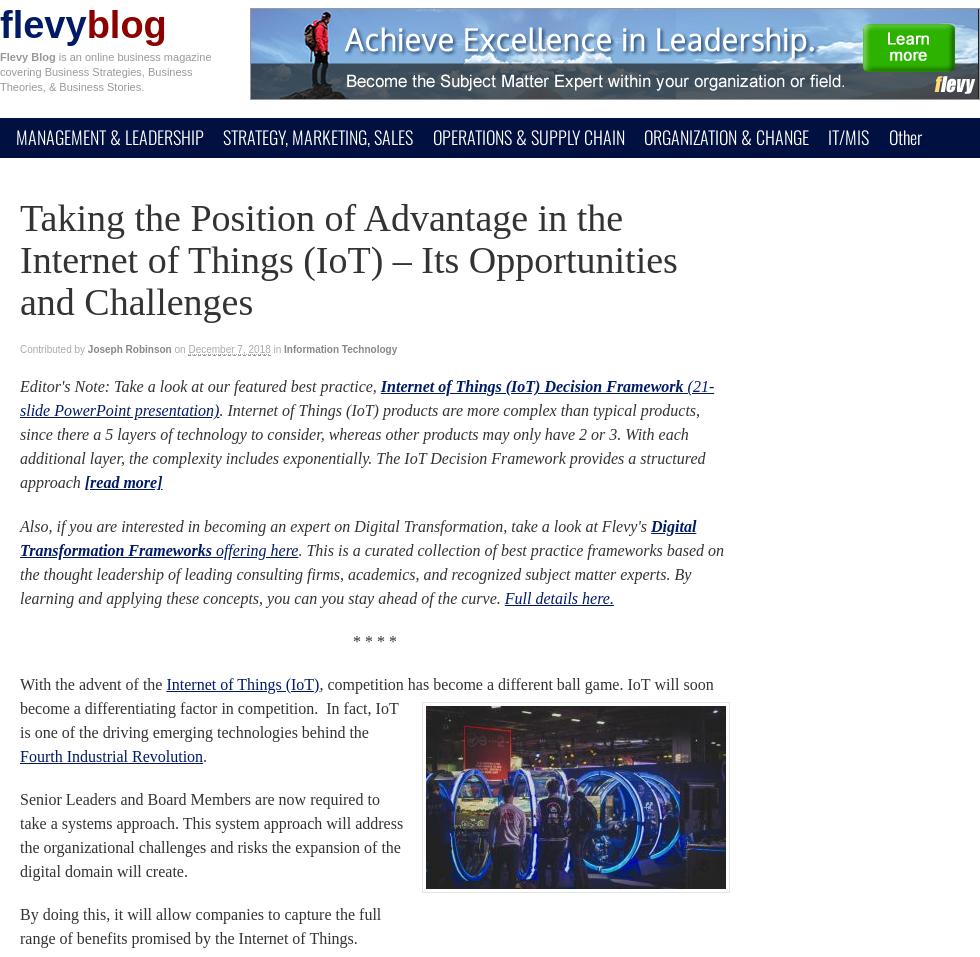  What do you see at coordinates (229, 349) in the screenshot?
I see `'December 7, 2018'` at bounding box center [229, 349].